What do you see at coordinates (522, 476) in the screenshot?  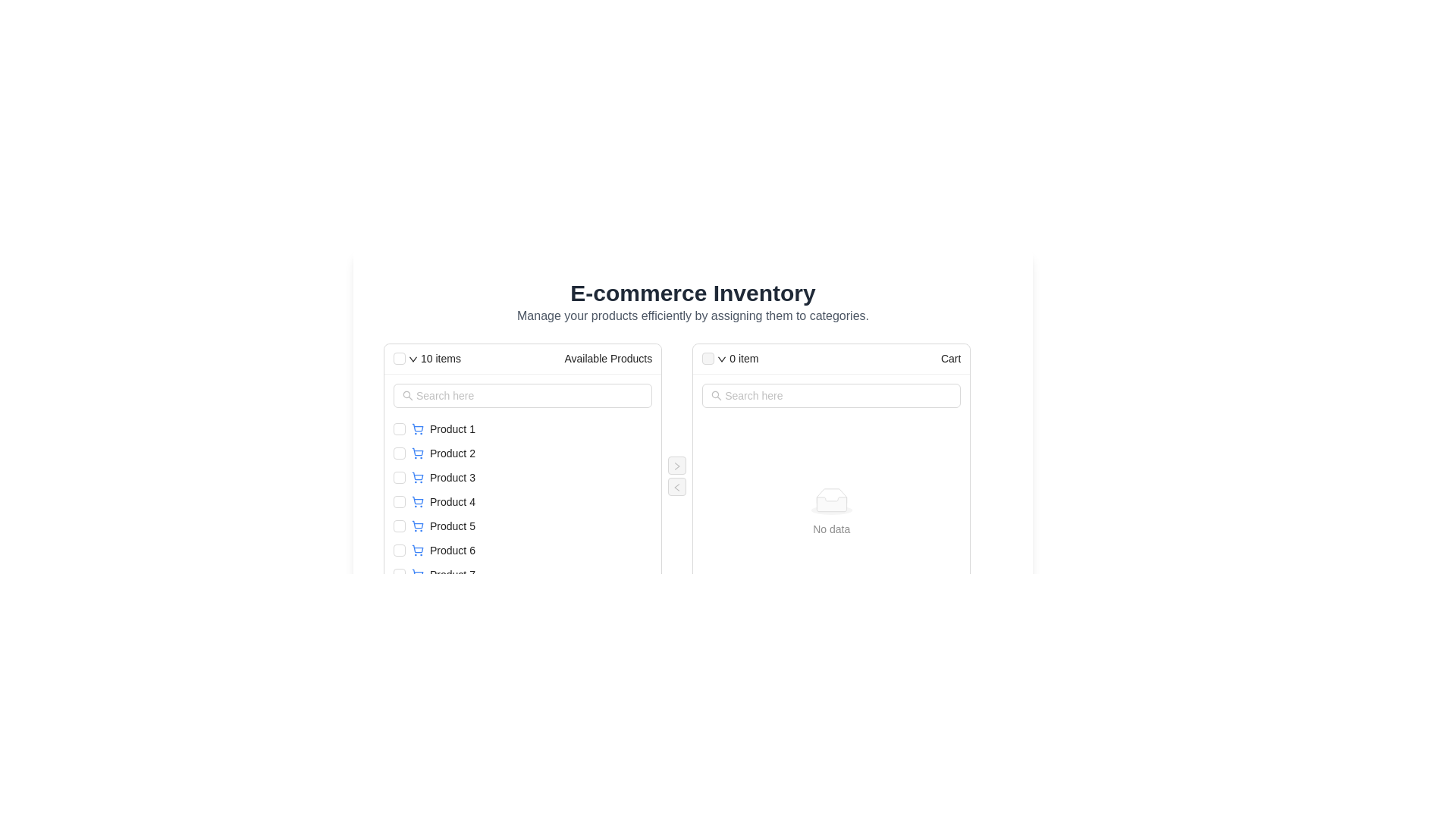 I see `to select the third product in the 'Available Products' section of the transfer list, which is located directly below 'Product 2' and above 'Product 4'` at bounding box center [522, 476].